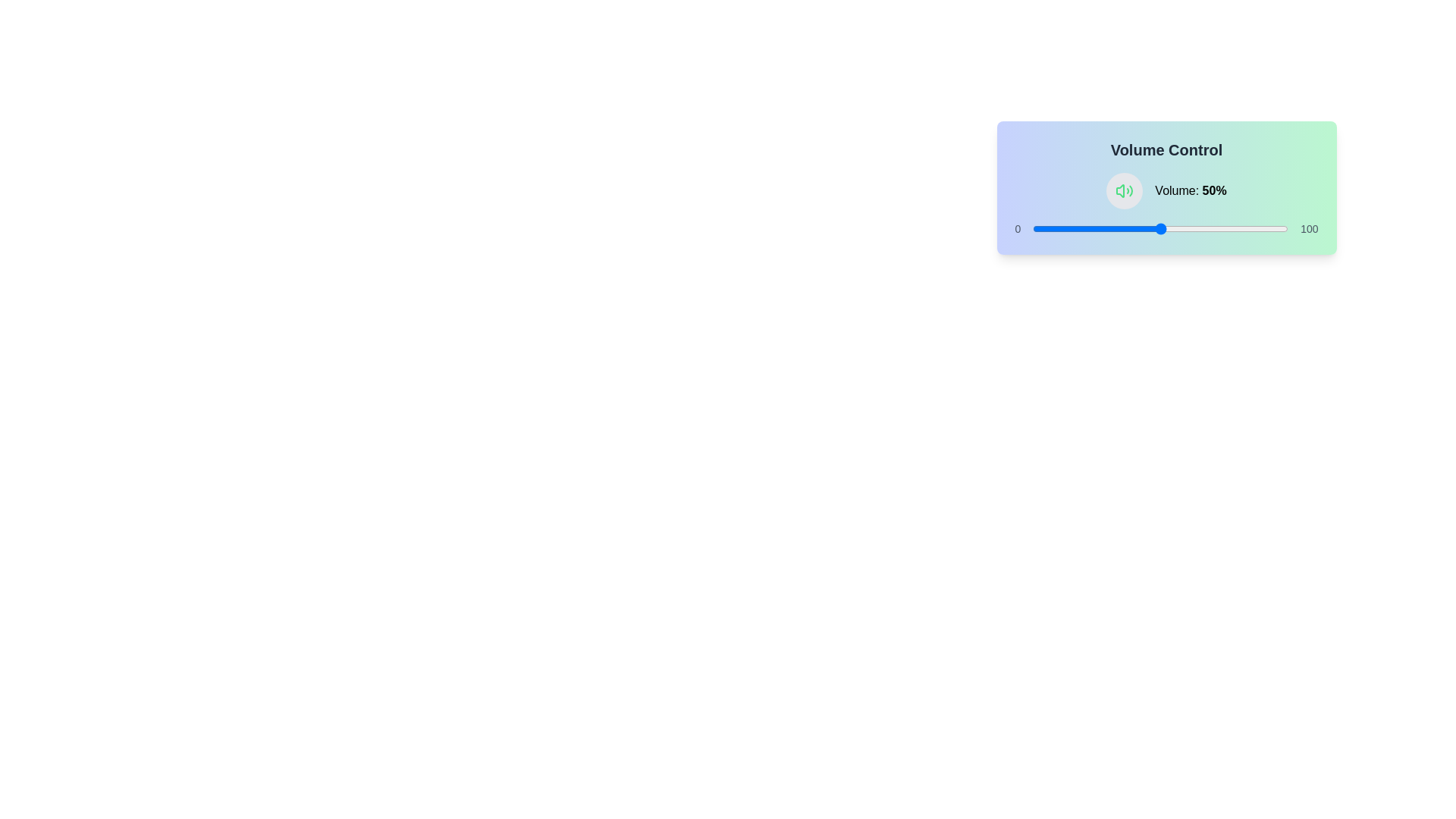 The image size is (1456, 819). I want to click on the volume slider to set the volume to 93%, so click(1270, 228).